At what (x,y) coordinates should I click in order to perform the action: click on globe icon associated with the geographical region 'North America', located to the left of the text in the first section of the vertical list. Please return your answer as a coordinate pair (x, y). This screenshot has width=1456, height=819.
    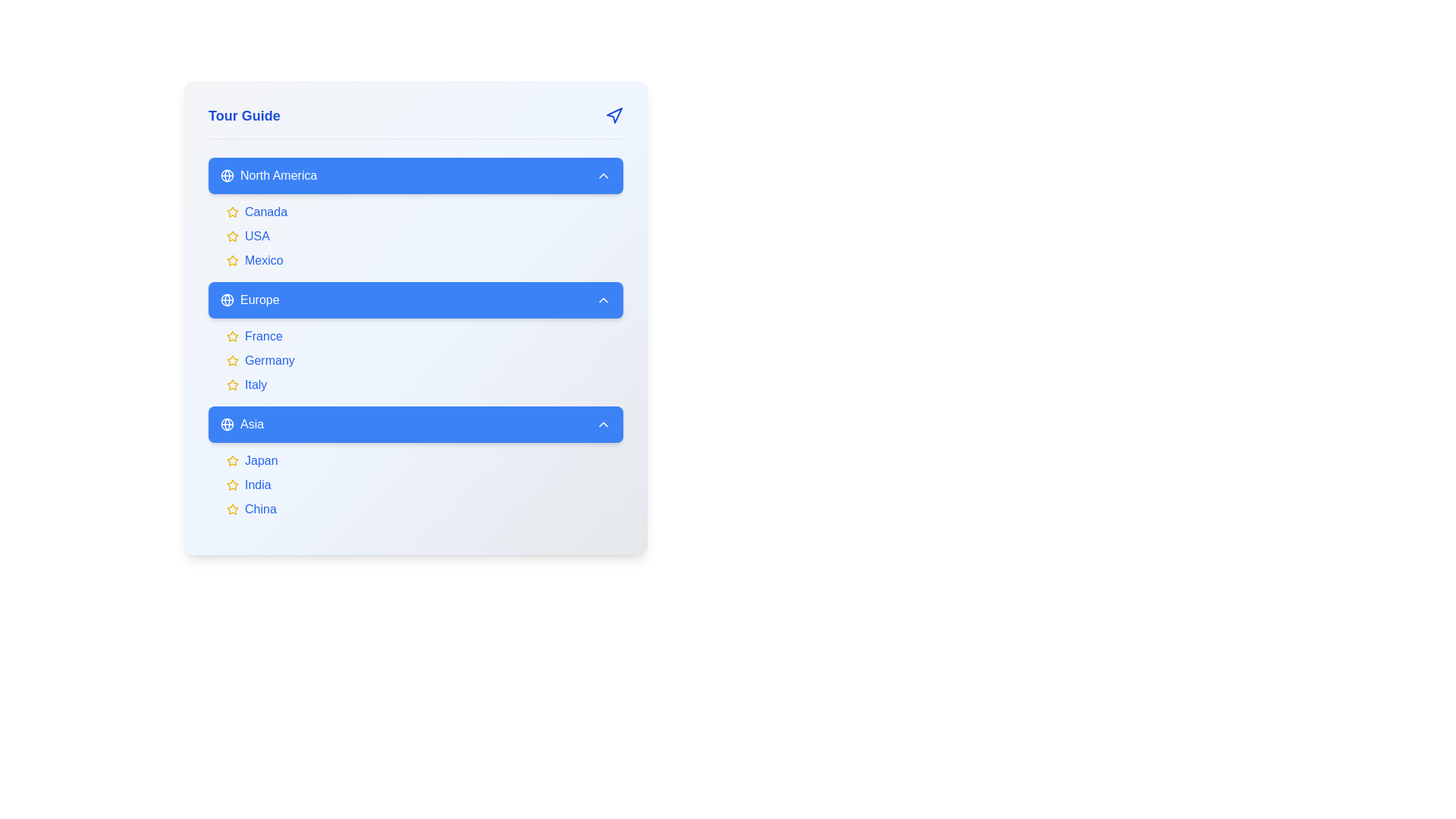
    Looking at the image, I should click on (226, 174).